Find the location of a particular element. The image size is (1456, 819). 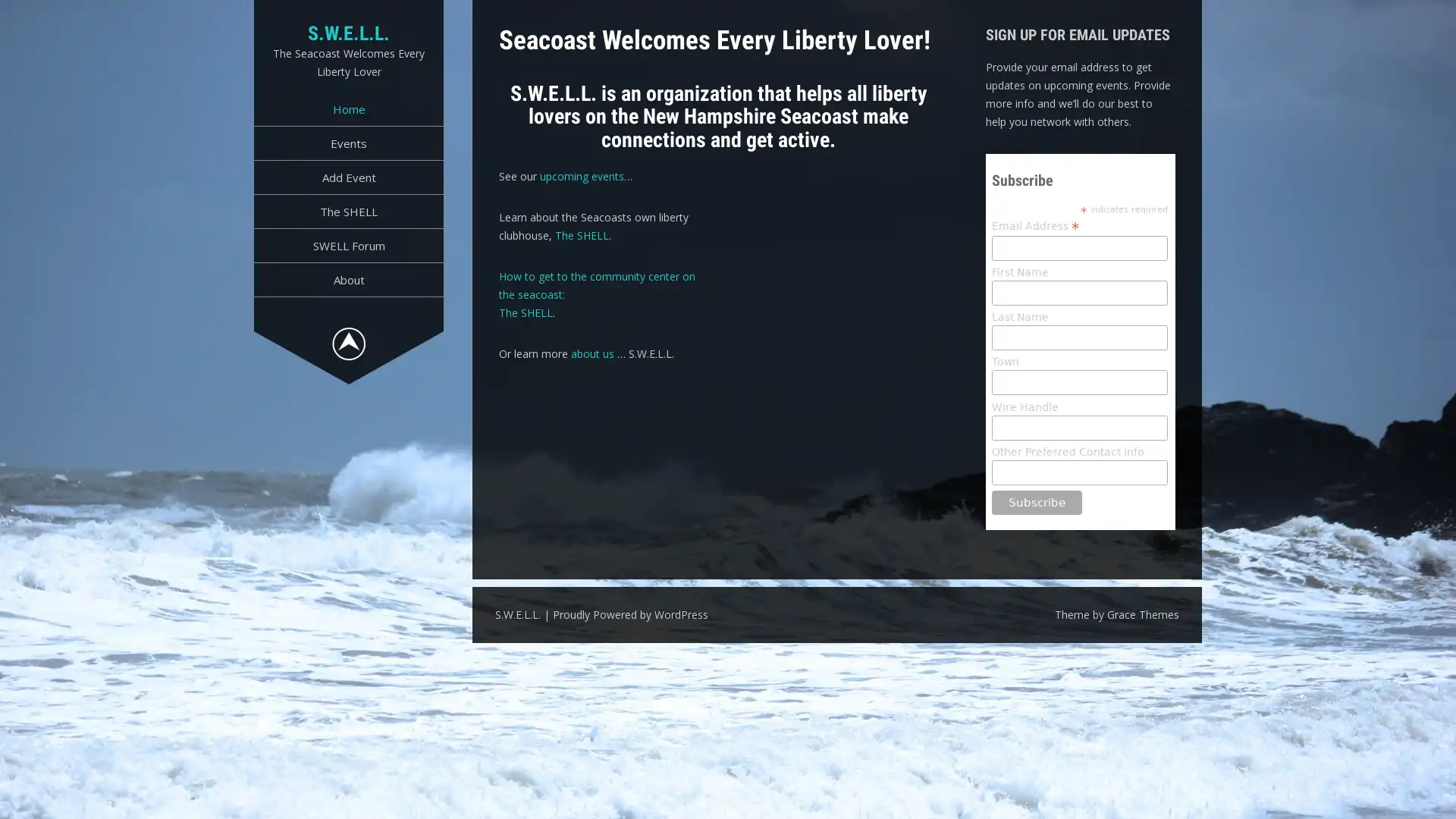

Subscribe is located at coordinates (1035, 503).